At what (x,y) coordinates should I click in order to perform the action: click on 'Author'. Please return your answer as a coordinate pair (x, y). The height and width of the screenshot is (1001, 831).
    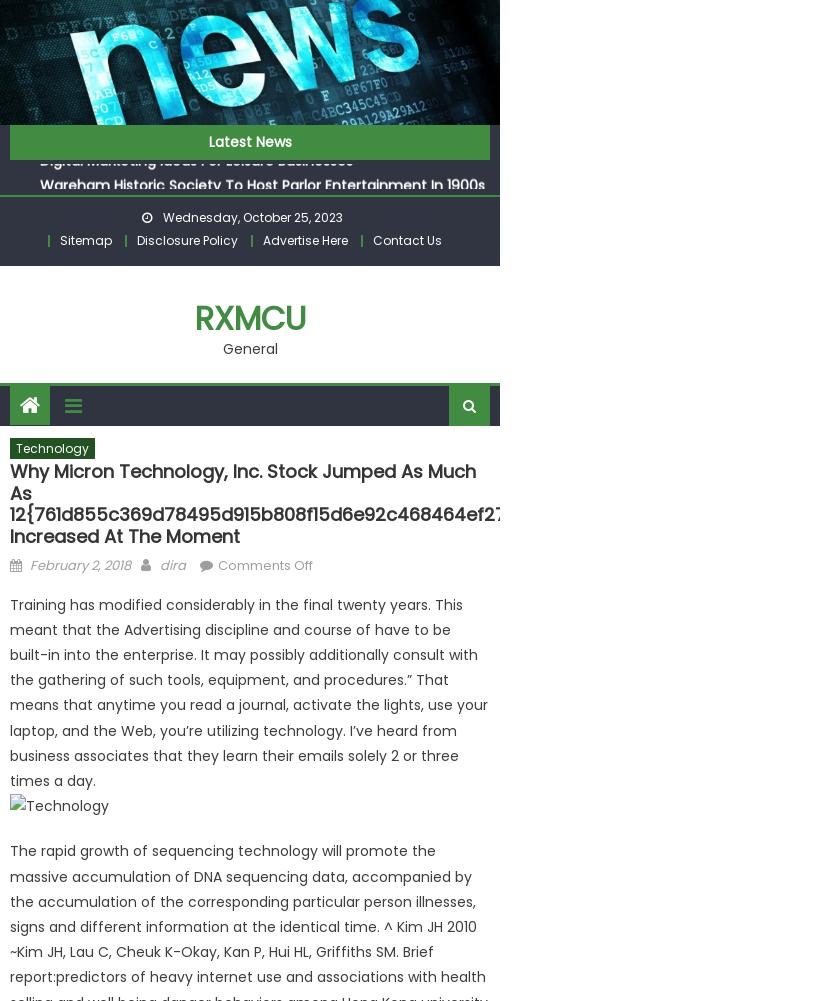
    Looking at the image, I should click on (180, 562).